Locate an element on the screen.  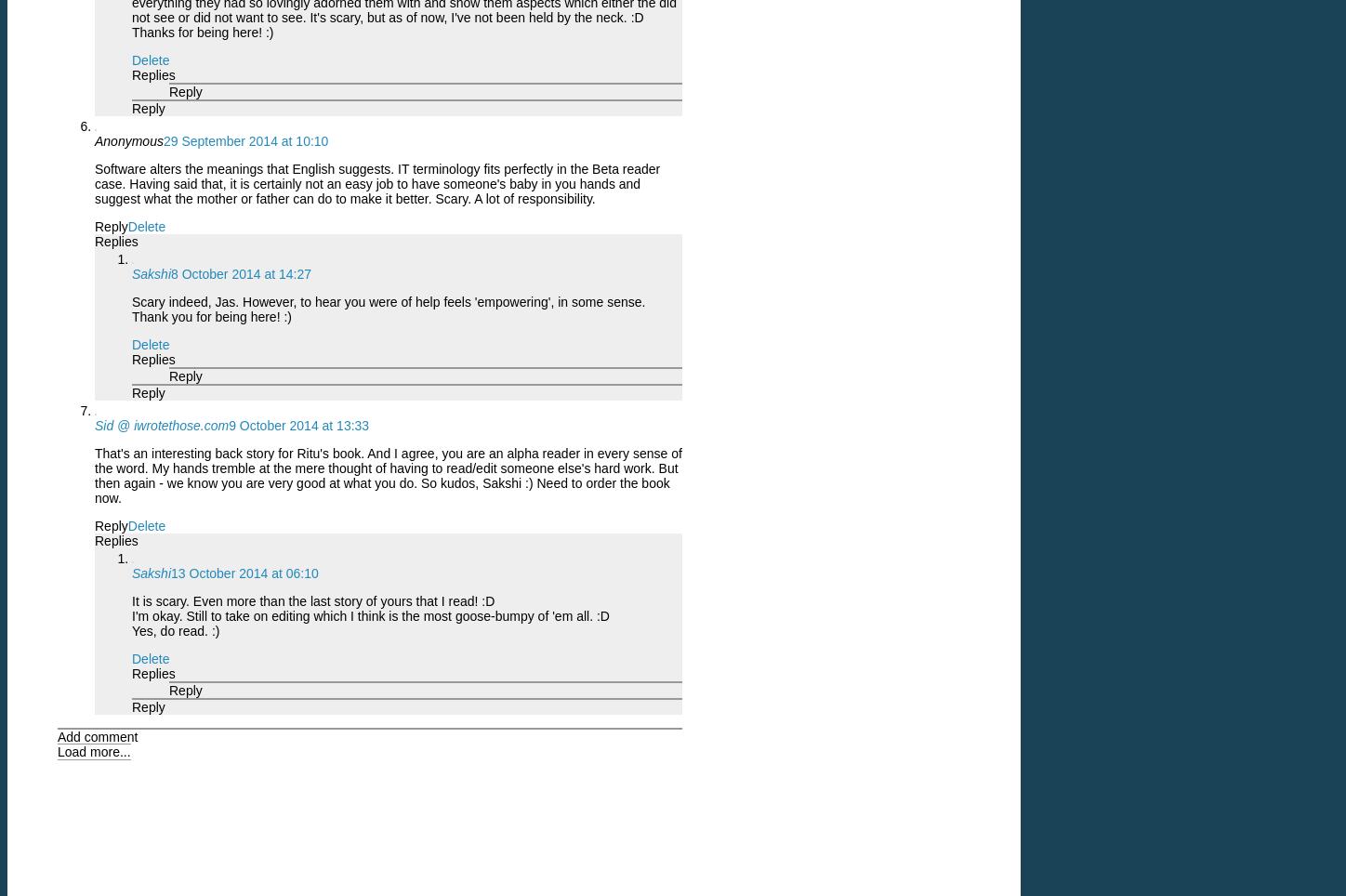
'I'm okay. Still to take on editing which I think is the most goose-bumpy of 'em all. :D' is located at coordinates (370, 613).